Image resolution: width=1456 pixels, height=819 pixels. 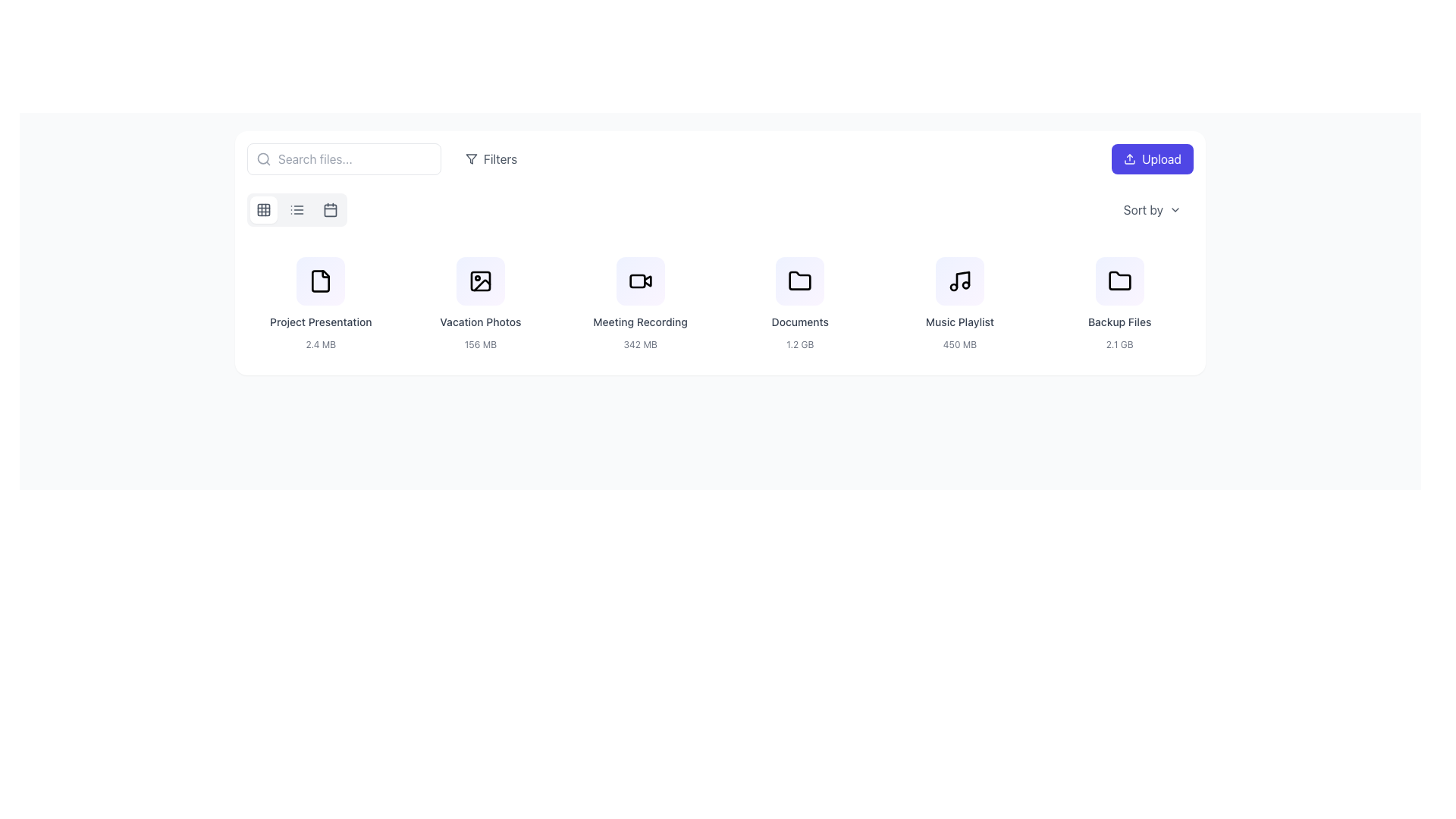 What do you see at coordinates (959, 281) in the screenshot?
I see `the music note icon labeled 'Music Playlist'` at bounding box center [959, 281].